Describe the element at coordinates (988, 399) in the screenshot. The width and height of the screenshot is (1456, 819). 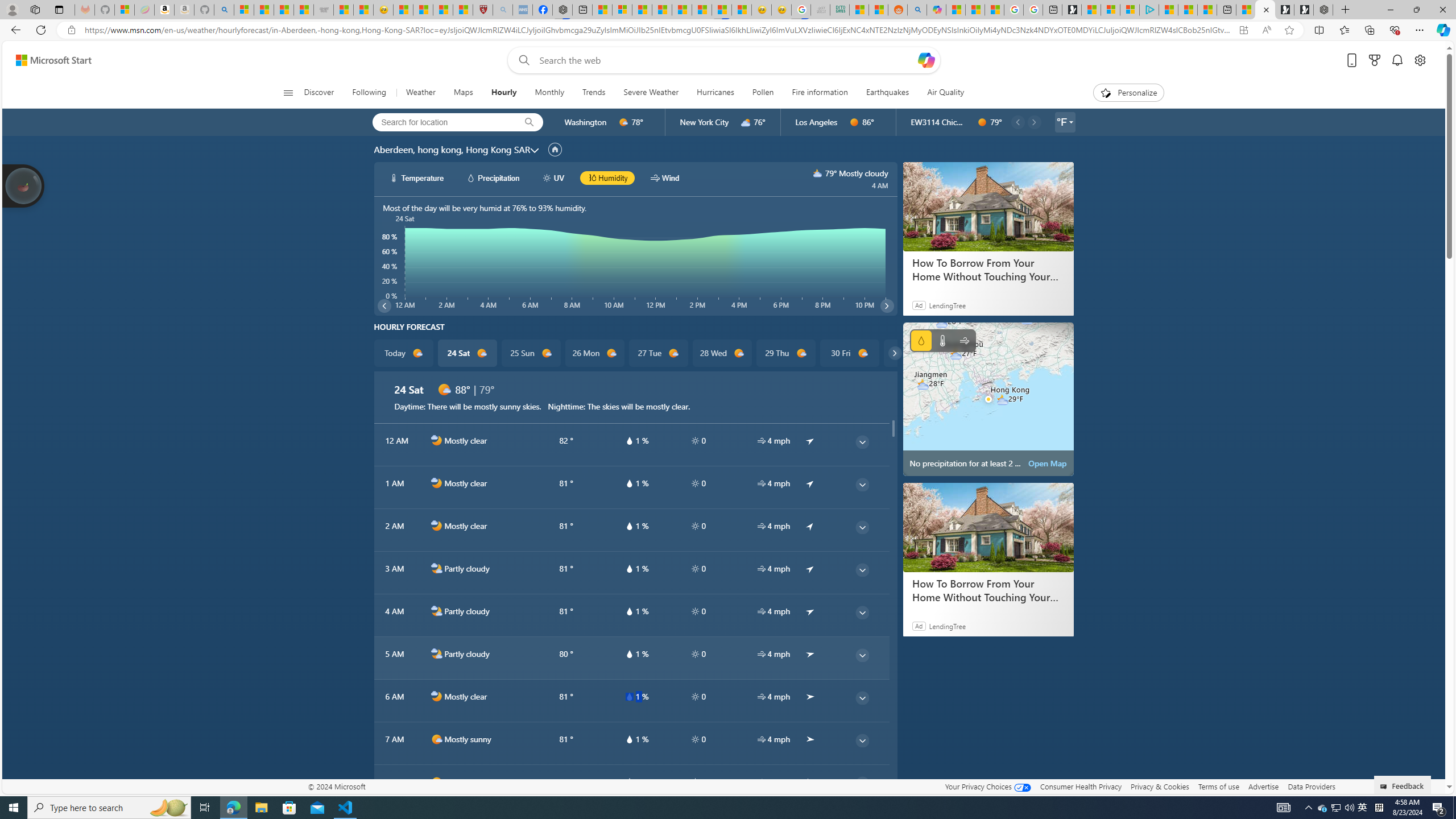
I see `'static map image of vector map'` at that location.